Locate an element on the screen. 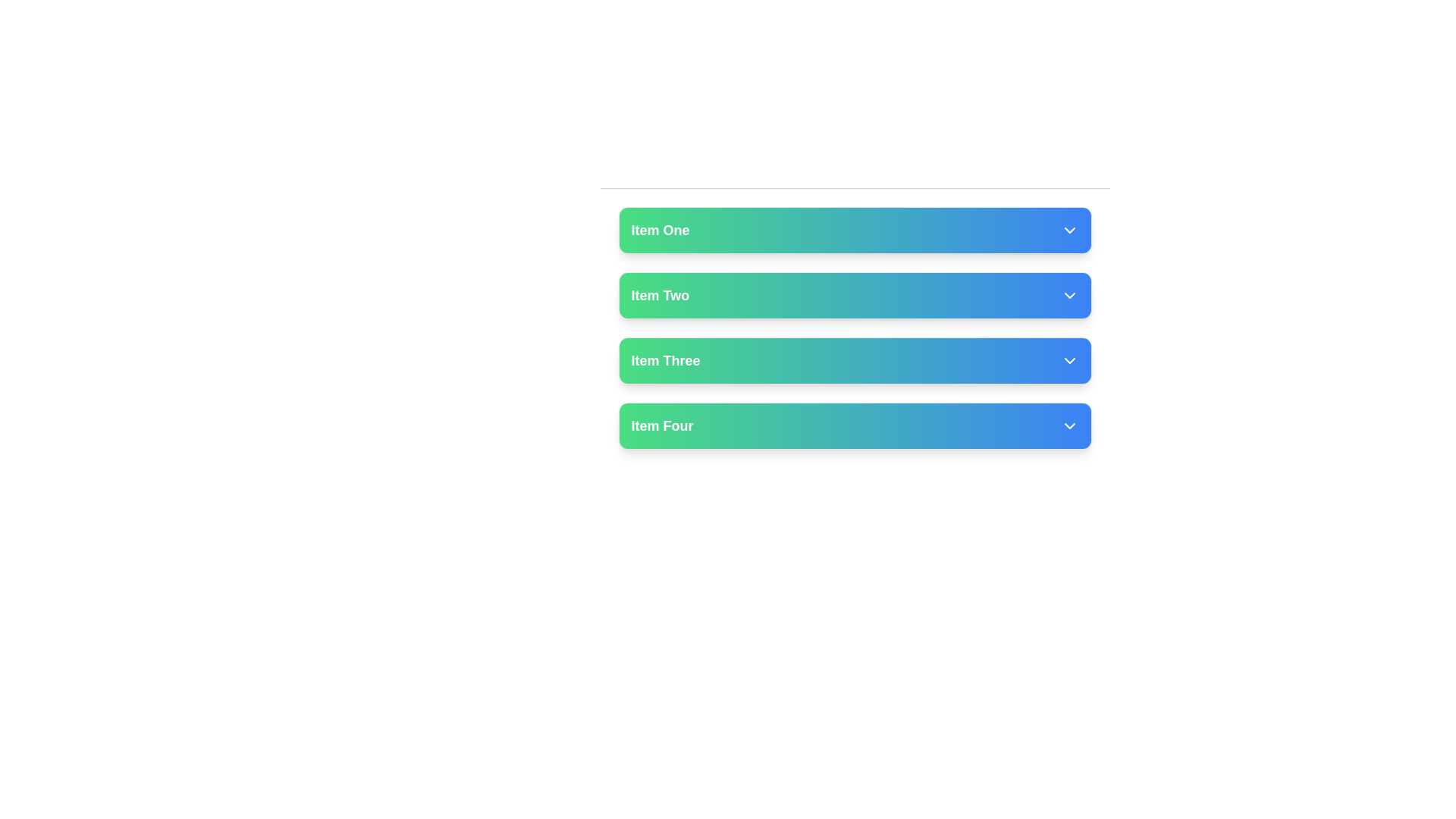 This screenshot has width=1456, height=819. the collapsible menu item labeled 'Item Two' is located at coordinates (855, 295).